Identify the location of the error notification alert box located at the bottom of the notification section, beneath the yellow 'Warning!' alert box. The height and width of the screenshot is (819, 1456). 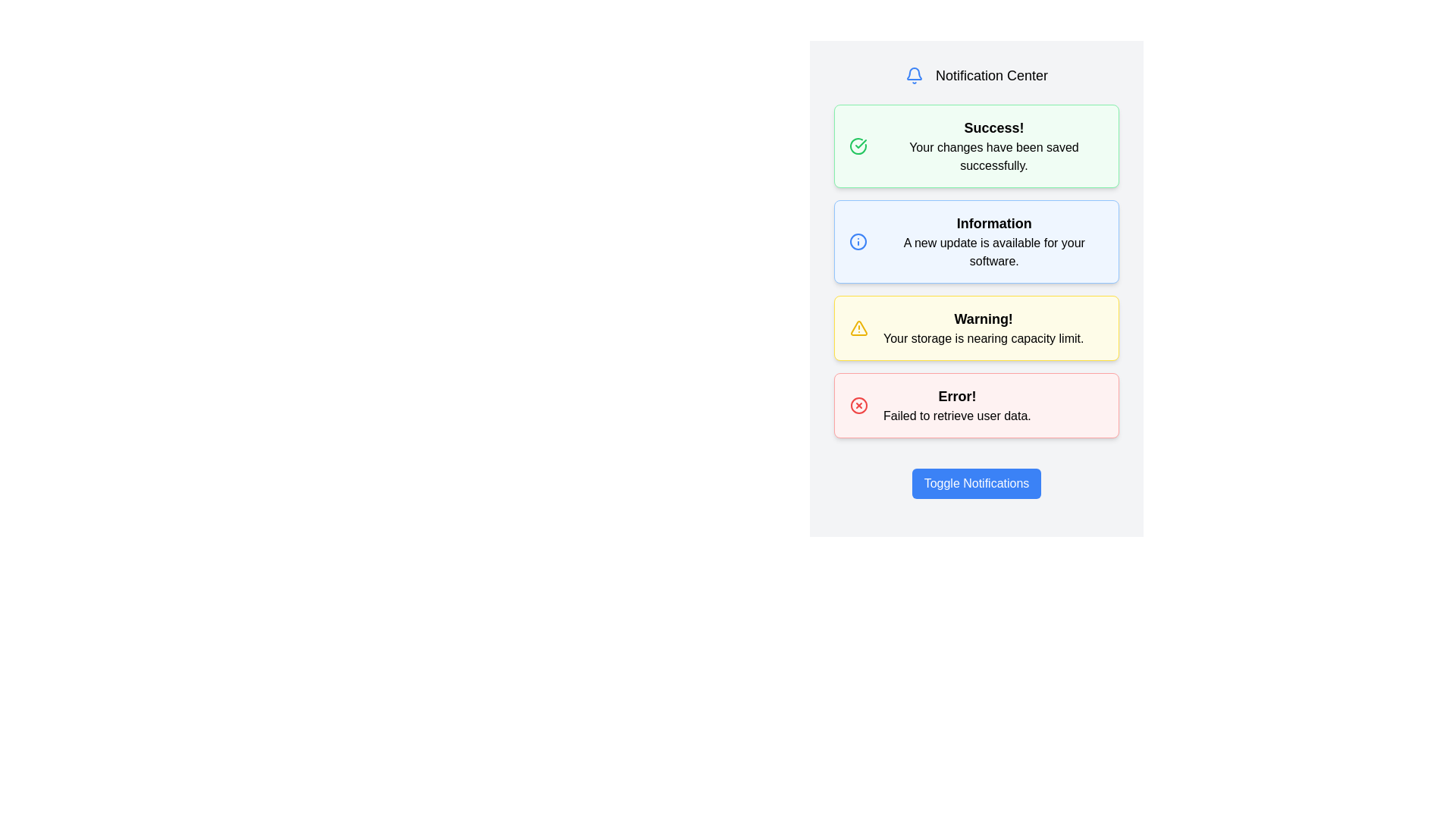
(976, 405).